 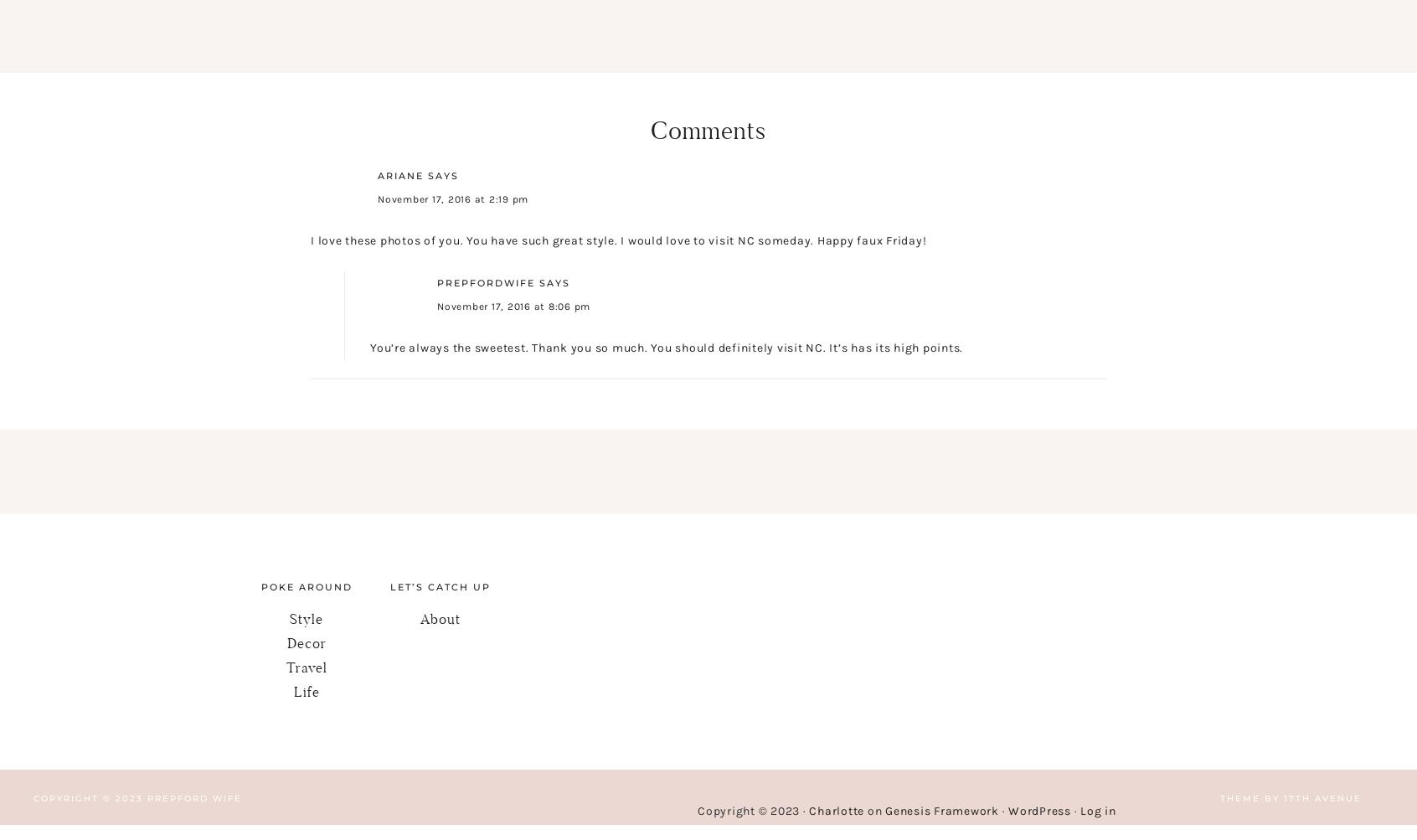 I want to click on 'Log in', so click(x=1096, y=810).